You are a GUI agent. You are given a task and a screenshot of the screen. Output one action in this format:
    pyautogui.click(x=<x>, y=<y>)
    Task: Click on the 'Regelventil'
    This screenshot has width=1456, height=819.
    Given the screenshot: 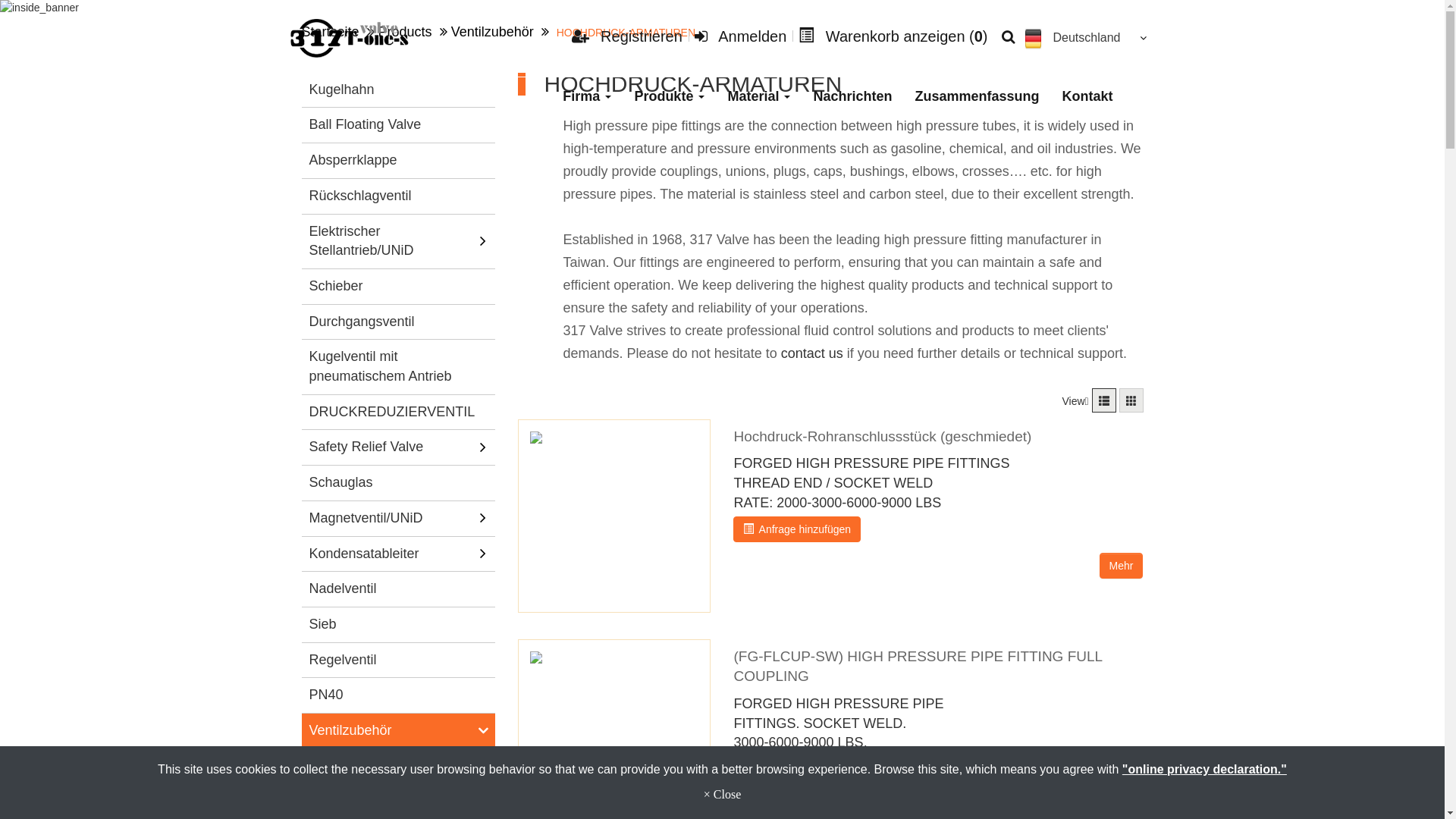 What is the action you would take?
    pyautogui.click(x=397, y=660)
    